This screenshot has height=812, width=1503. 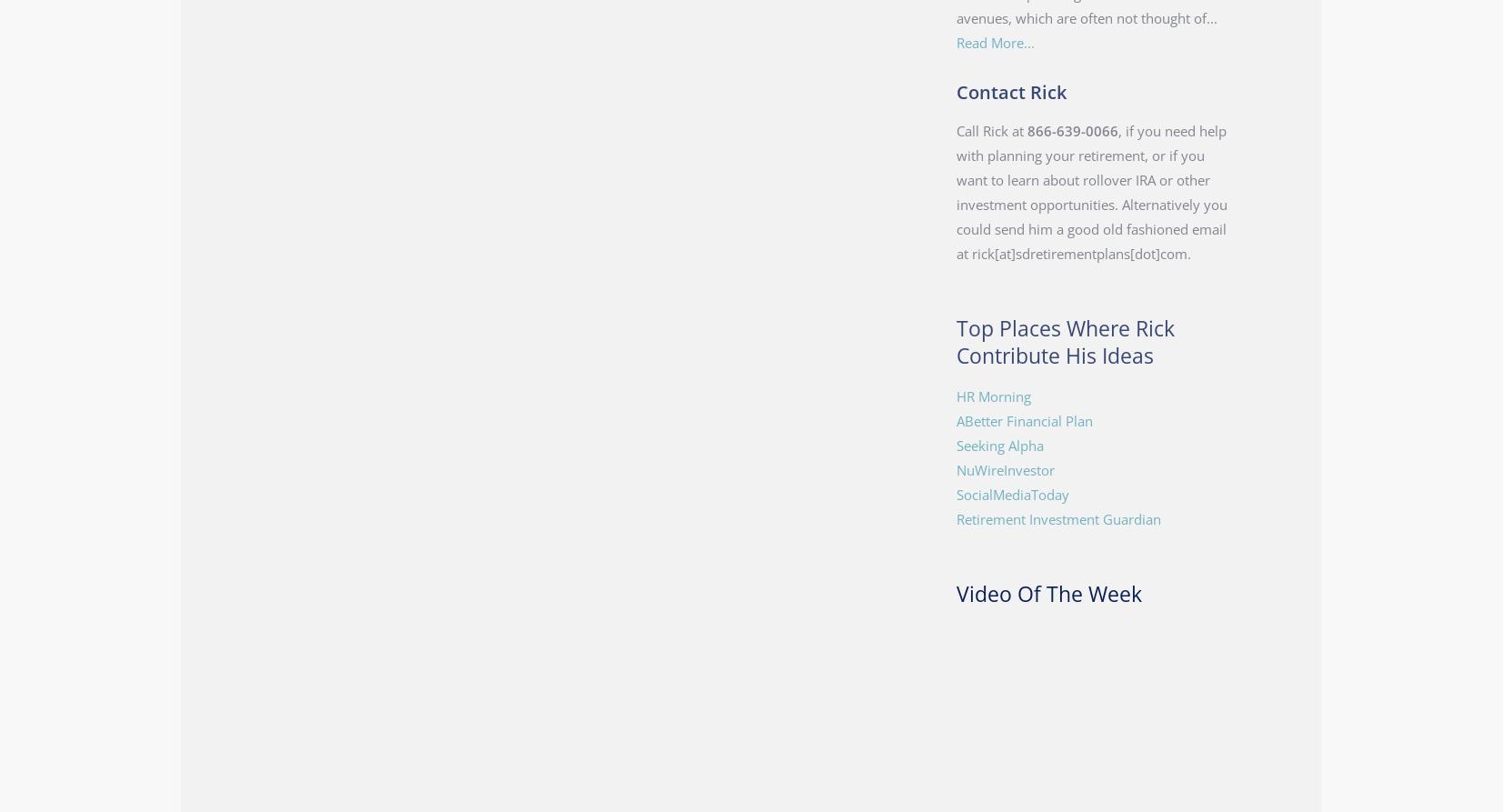 What do you see at coordinates (955, 468) in the screenshot?
I see `'NuWireInvestor'` at bounding box center [955, 468].